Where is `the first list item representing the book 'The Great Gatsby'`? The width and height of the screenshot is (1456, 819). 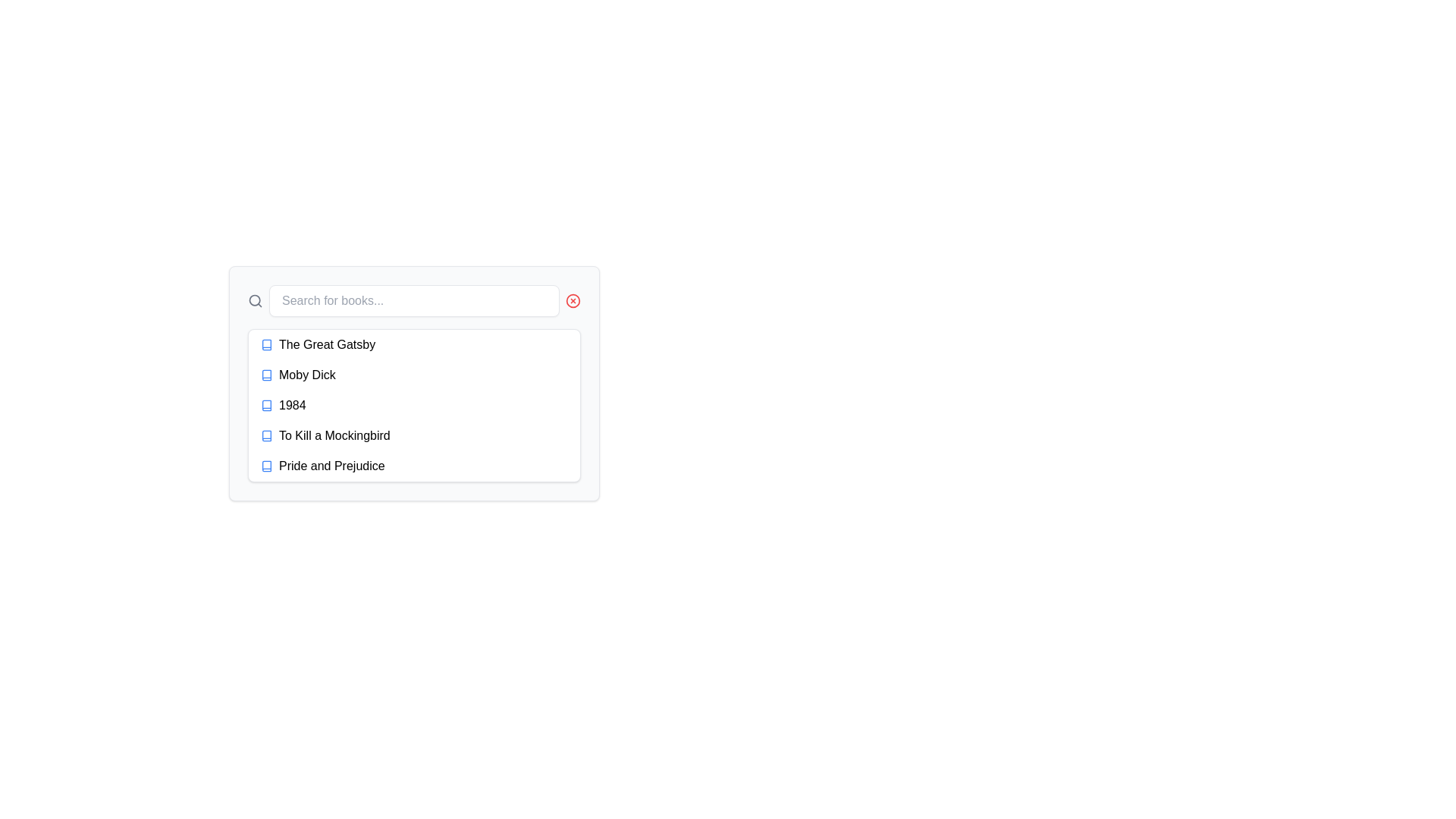
the first list item representing the book 'The Great Gatsby' is located at coordinates (414, 345).